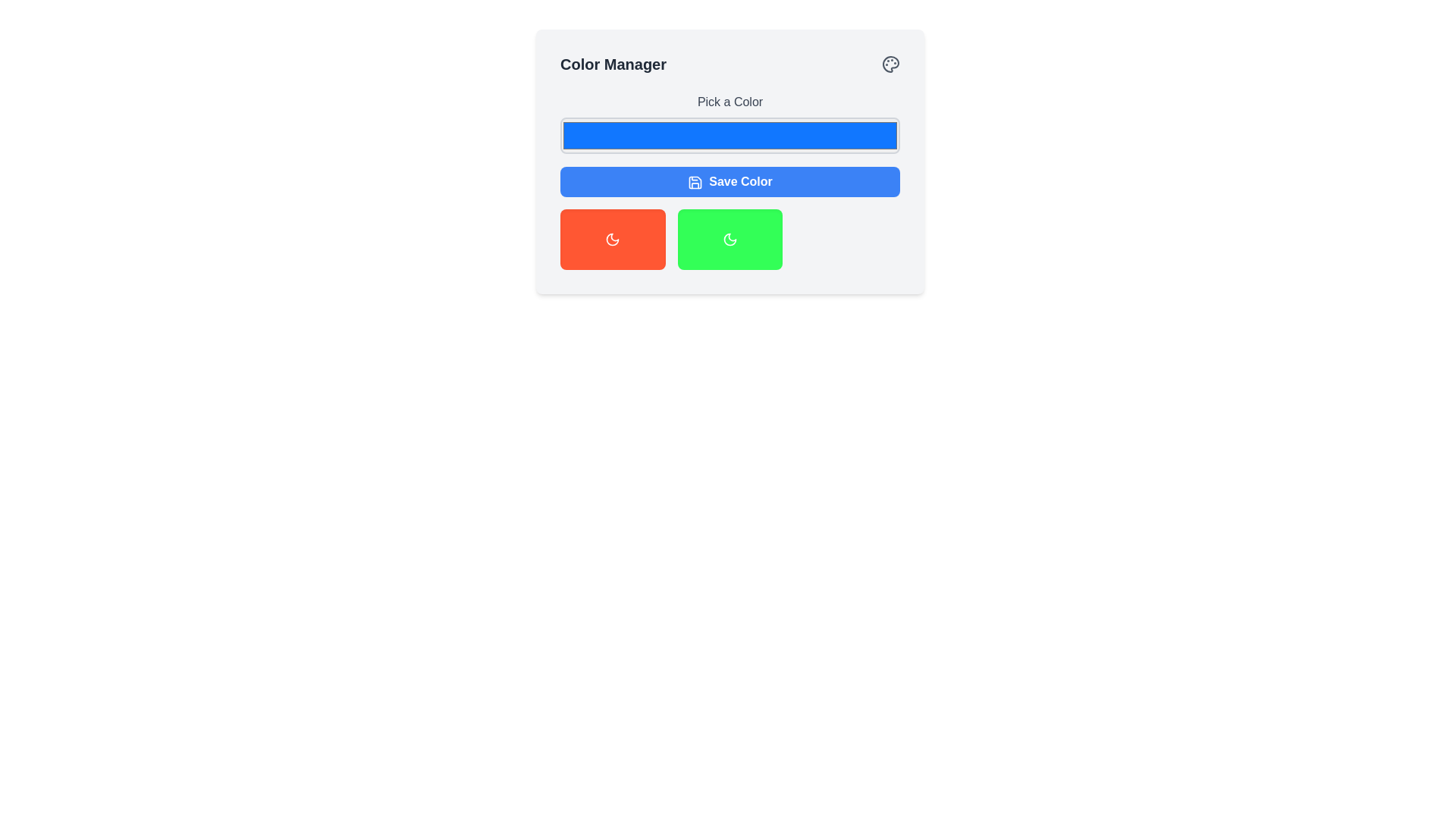 This screenshot has width=1456, height=819. Describe the element at coordinates (891, 63) in the screenshot. I see `the color management icon located in the top-right corner of the 'Color Manager' header section, adjacent to the 'Color Manager' title text` at that location.